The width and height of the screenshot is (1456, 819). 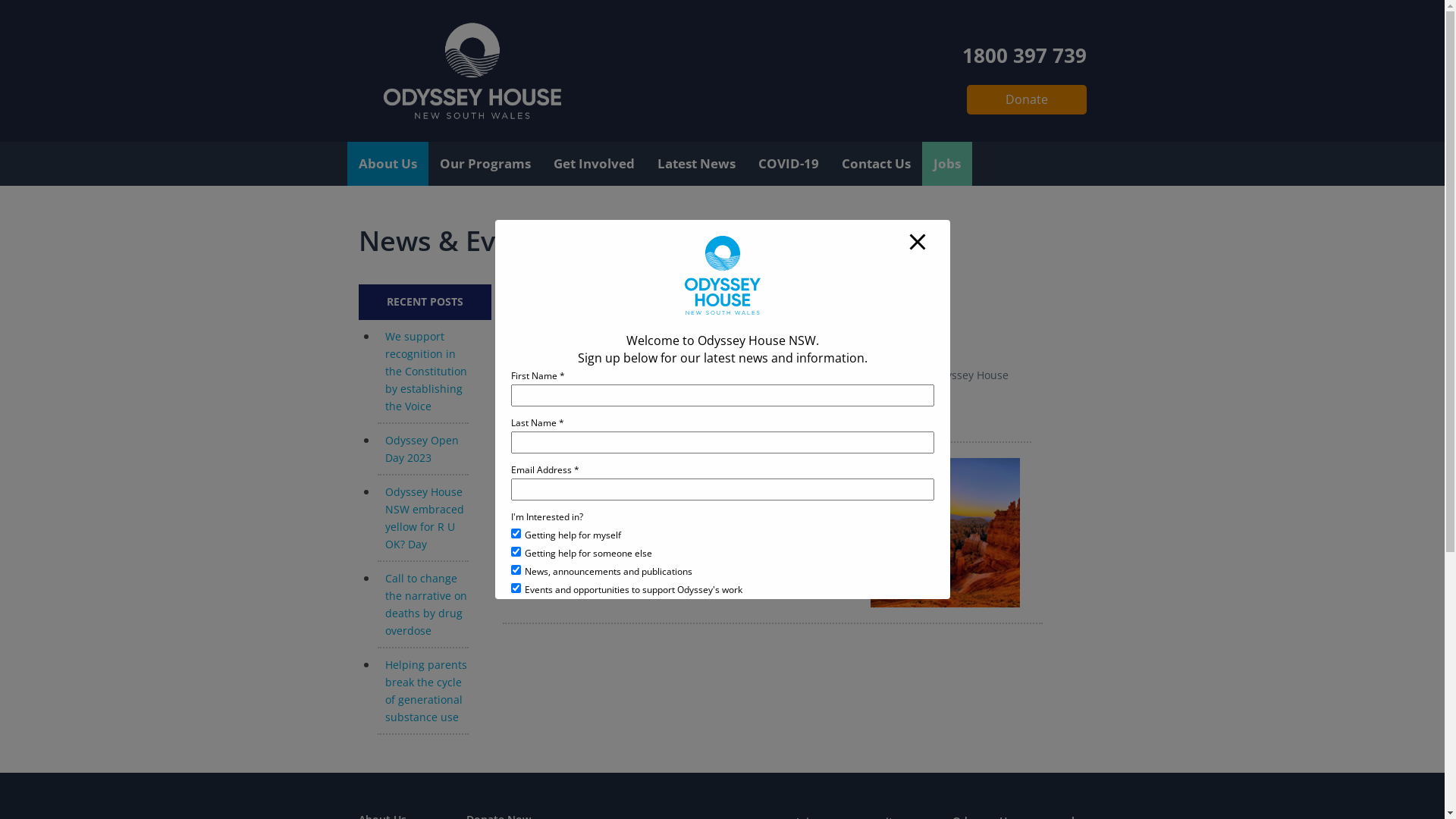 What do you see at coordinates (695, 164) in the screenshot?
I see `'Latest News'` at bounding box center [695, 164].